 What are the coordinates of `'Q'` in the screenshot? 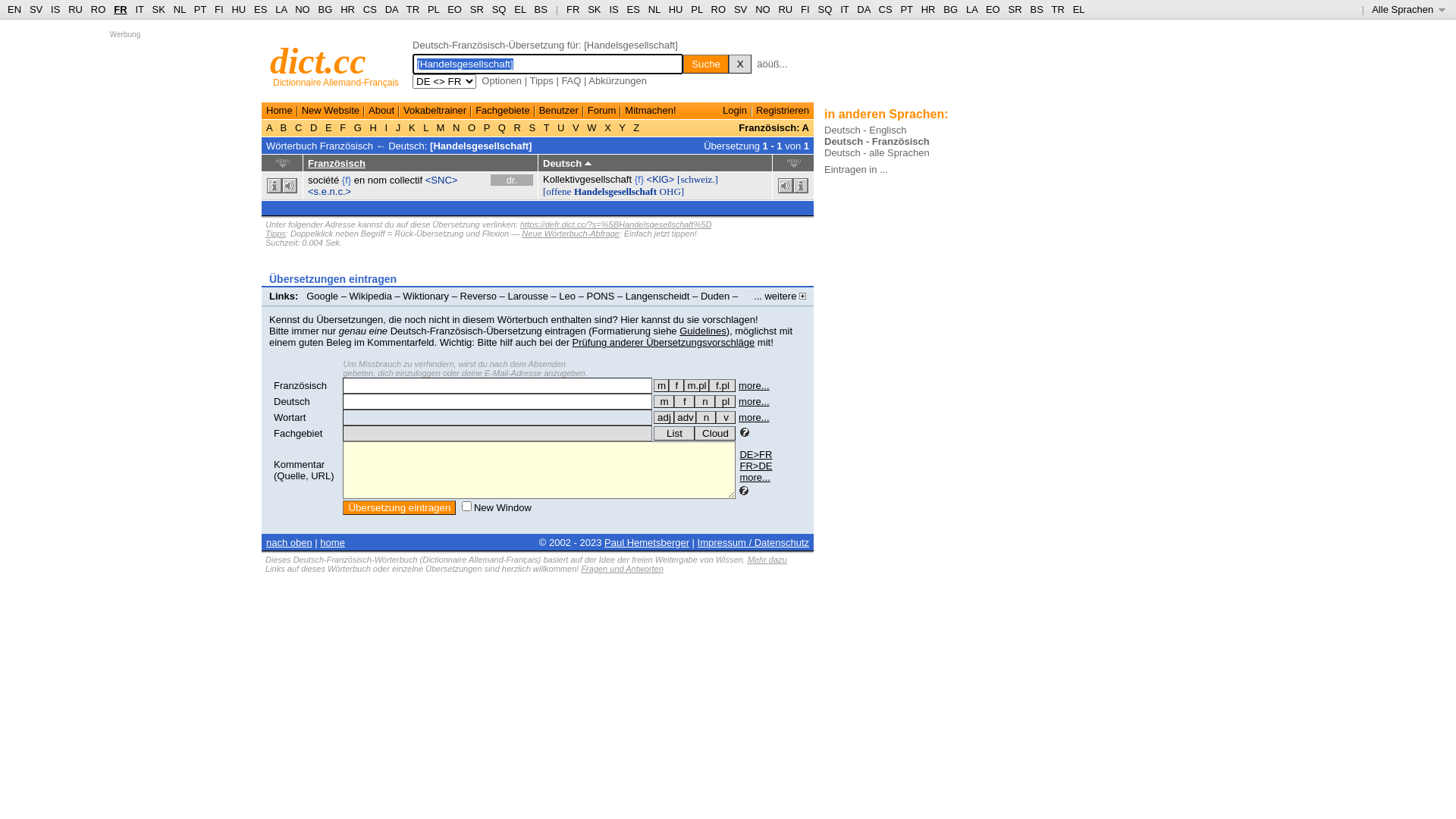 It's located at (501, 127).